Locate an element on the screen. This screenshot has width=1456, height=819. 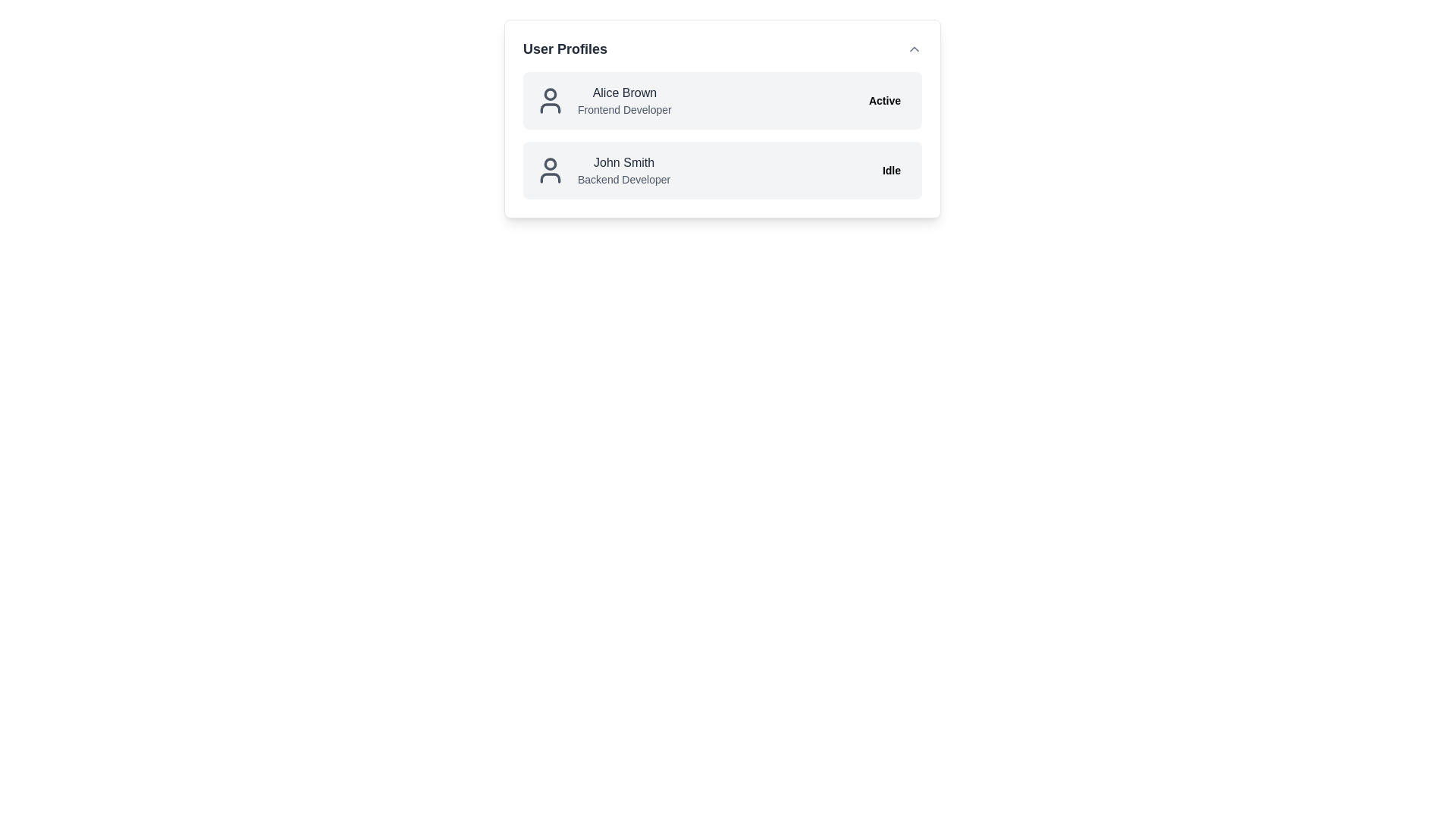
the user profile icon representing 'John Smith' located at the top-left corner of the entry, directly left of the text 'John Smith Backend Developer.' is located at coordinates (549, 170).